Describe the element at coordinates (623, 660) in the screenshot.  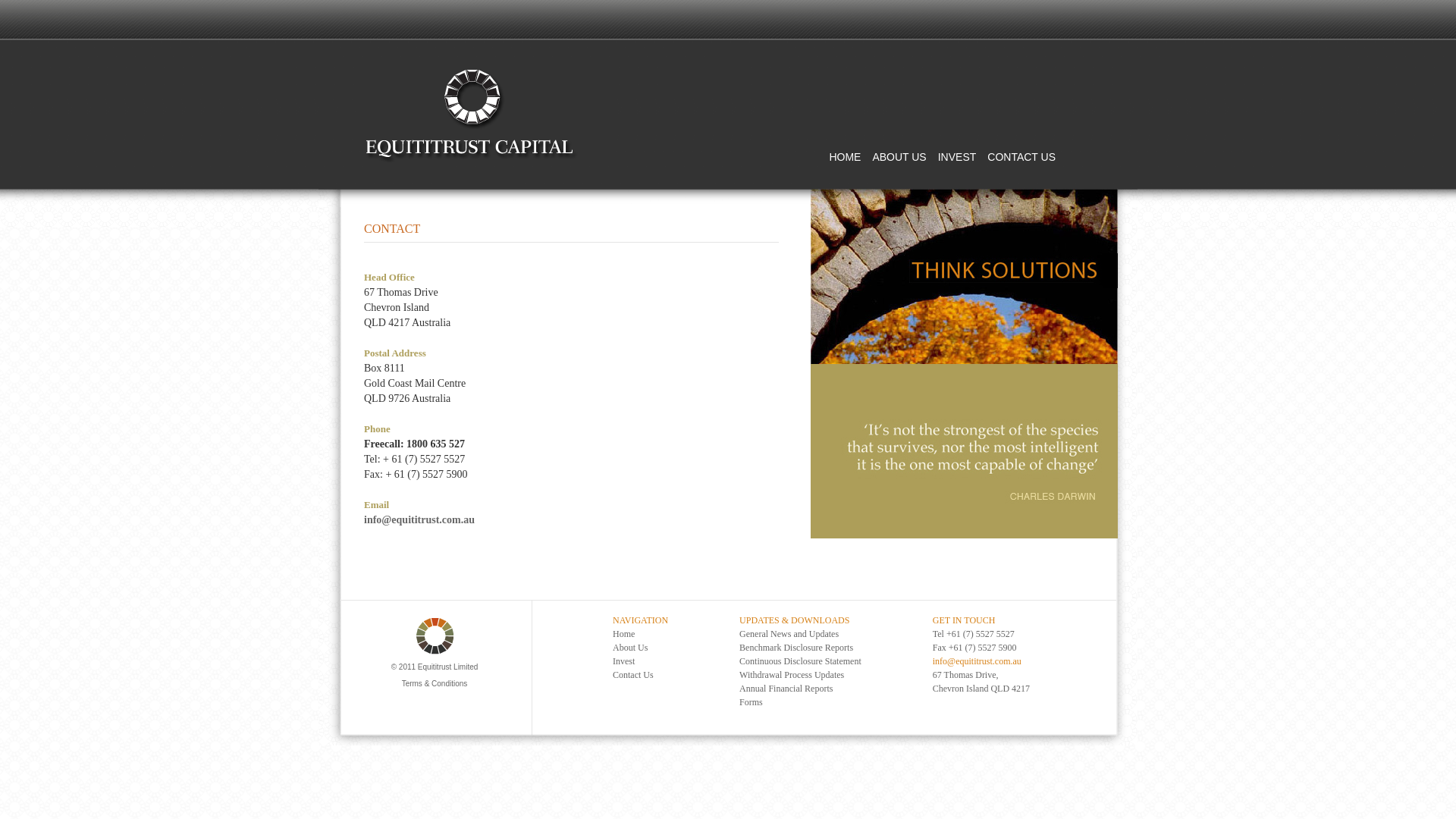
I see `'Invest'` at that location.